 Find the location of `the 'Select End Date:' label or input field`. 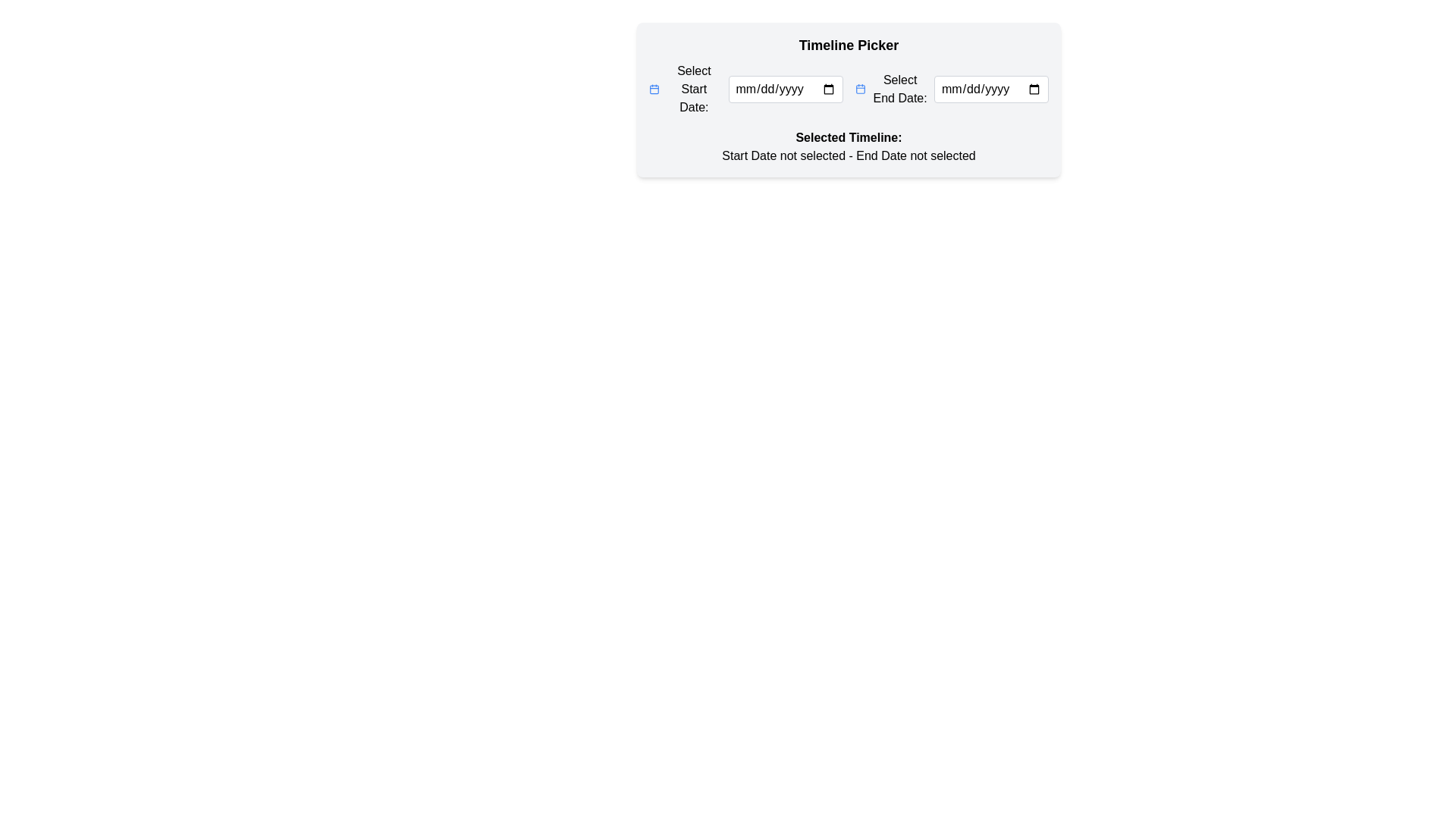

the 'Select End Date:' label or input field is located at coordinates (951, 89).